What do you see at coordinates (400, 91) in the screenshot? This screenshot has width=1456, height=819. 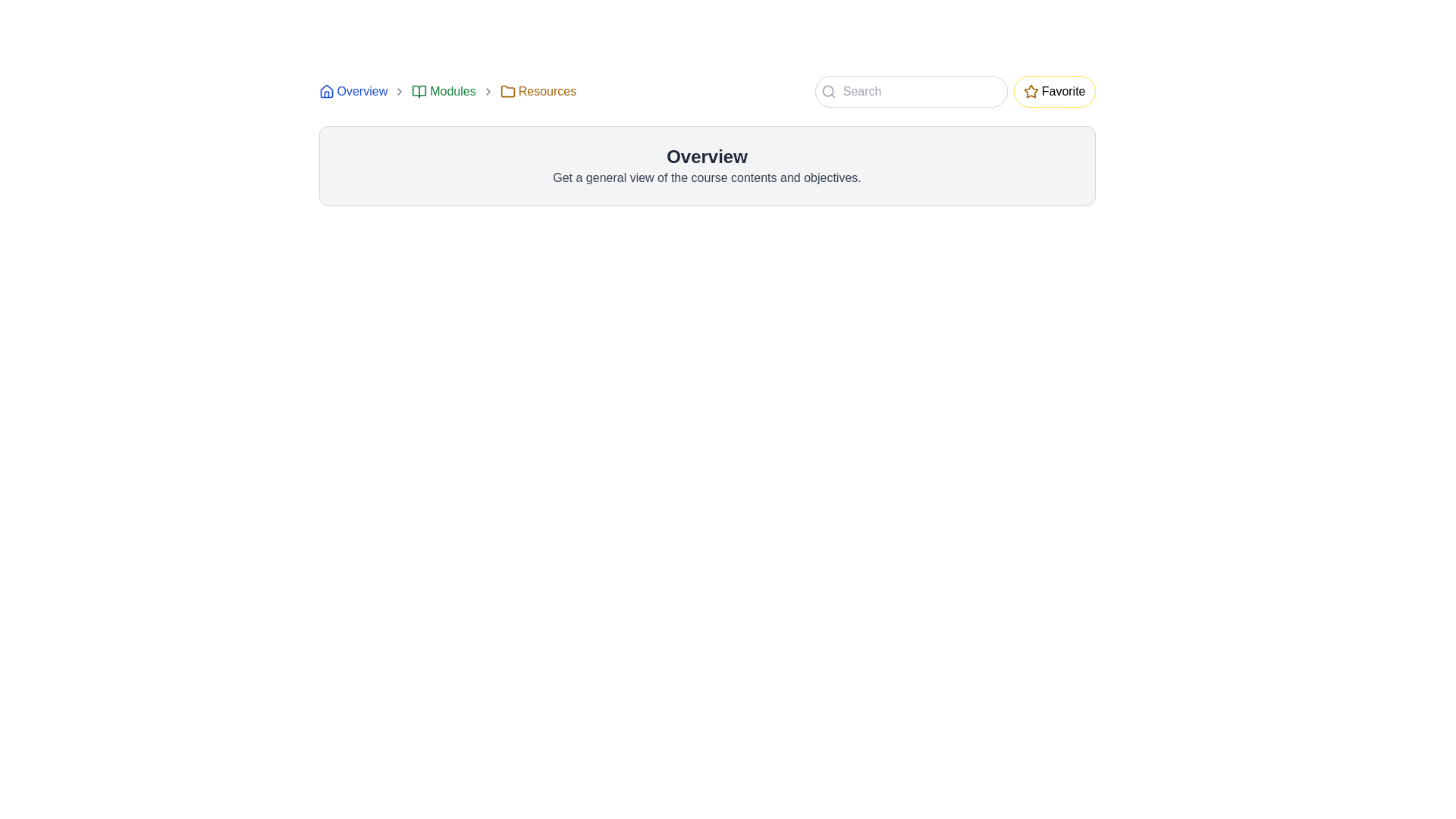 I see `the second icon in the breadcrumb navigation bar, which is positioned between the 'Overview' link and the 'Modules' link` at bounding box center [400, 91].